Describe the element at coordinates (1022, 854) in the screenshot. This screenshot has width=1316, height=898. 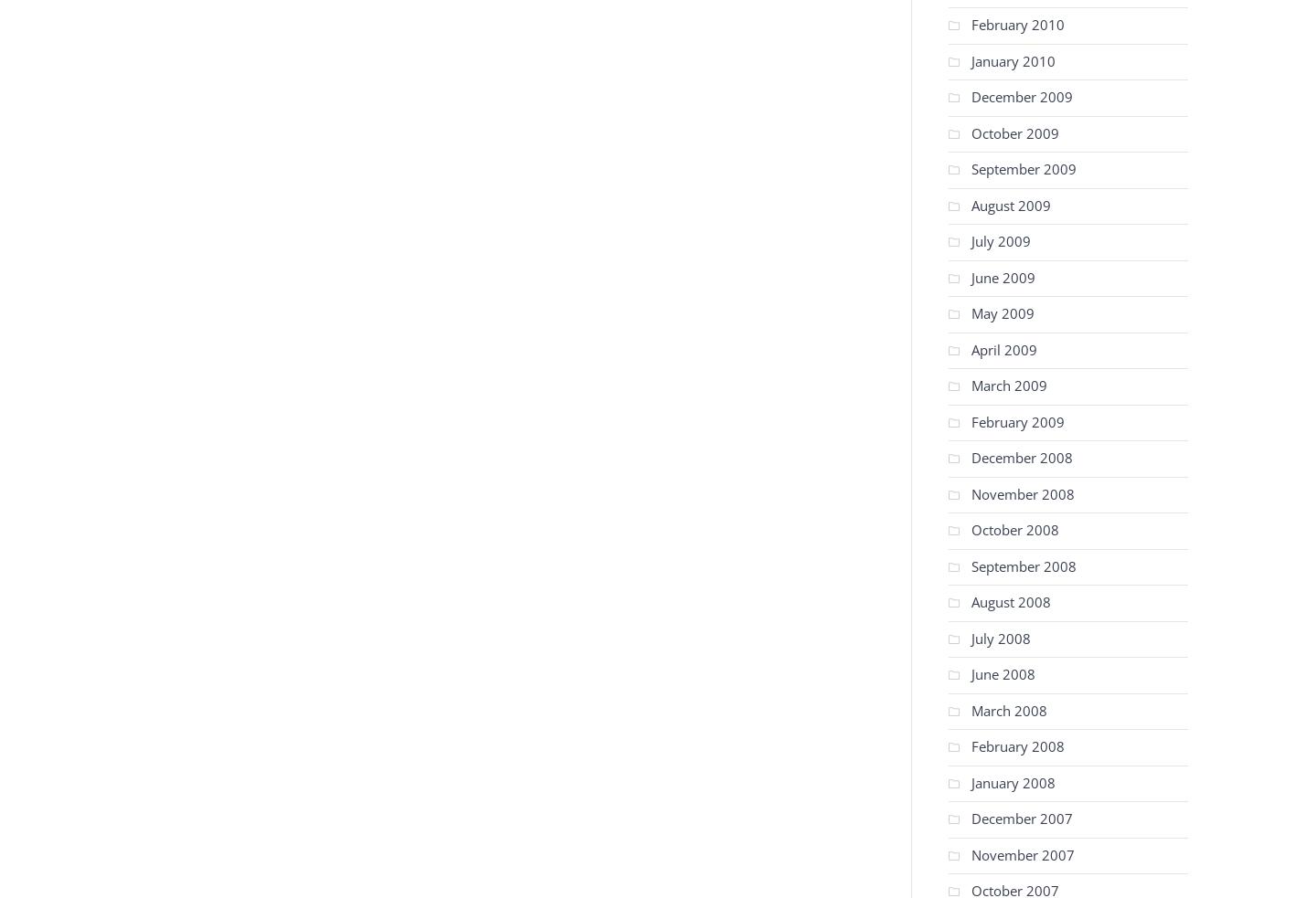
I see `'November 2007'` at that location.